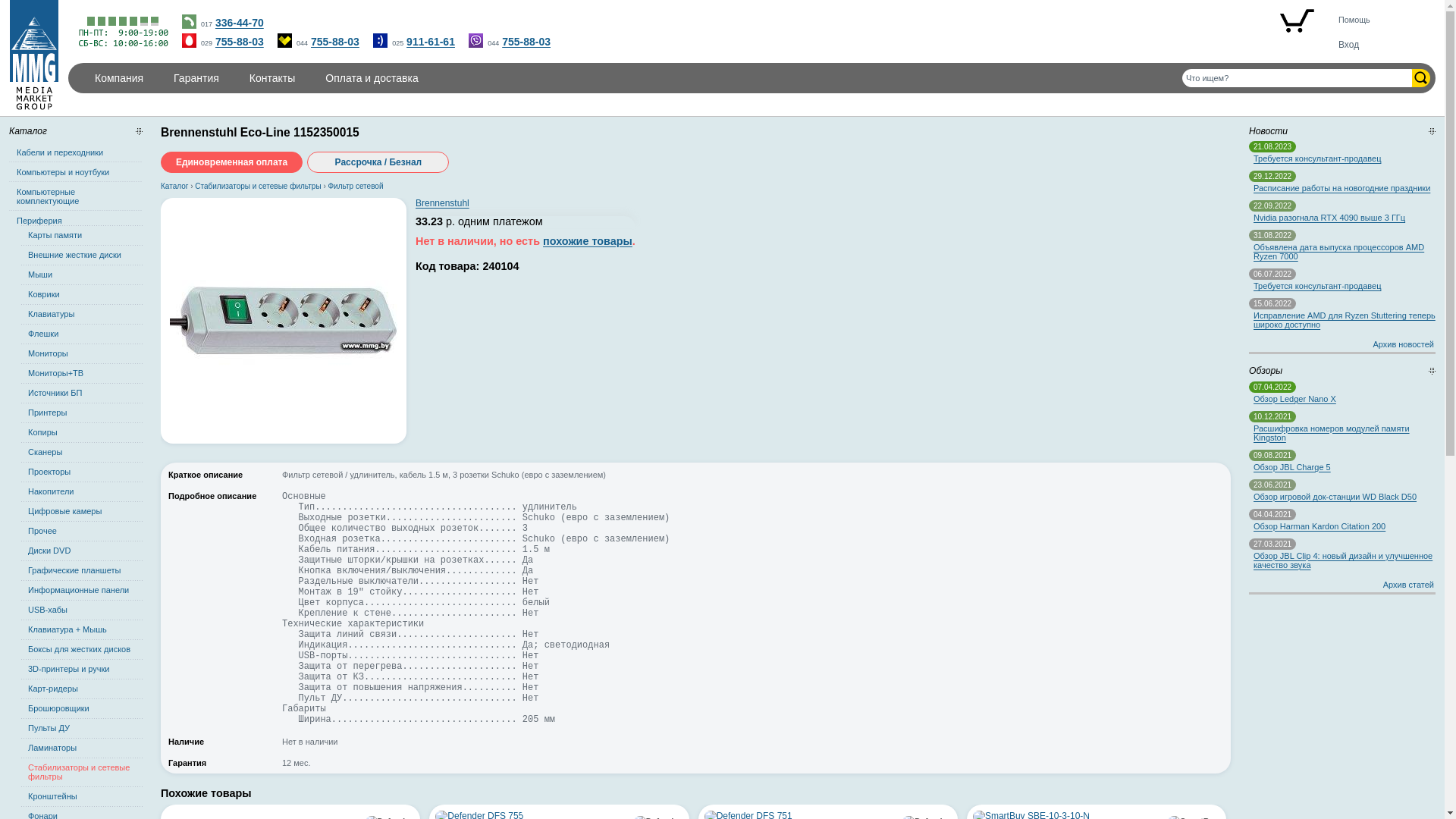 The height and width of the screenshot is (819, 1456). What do you see at coordinates (239, 40) in the screenshot?
I see `'755-88-03'` at bounding box center [239, 40].